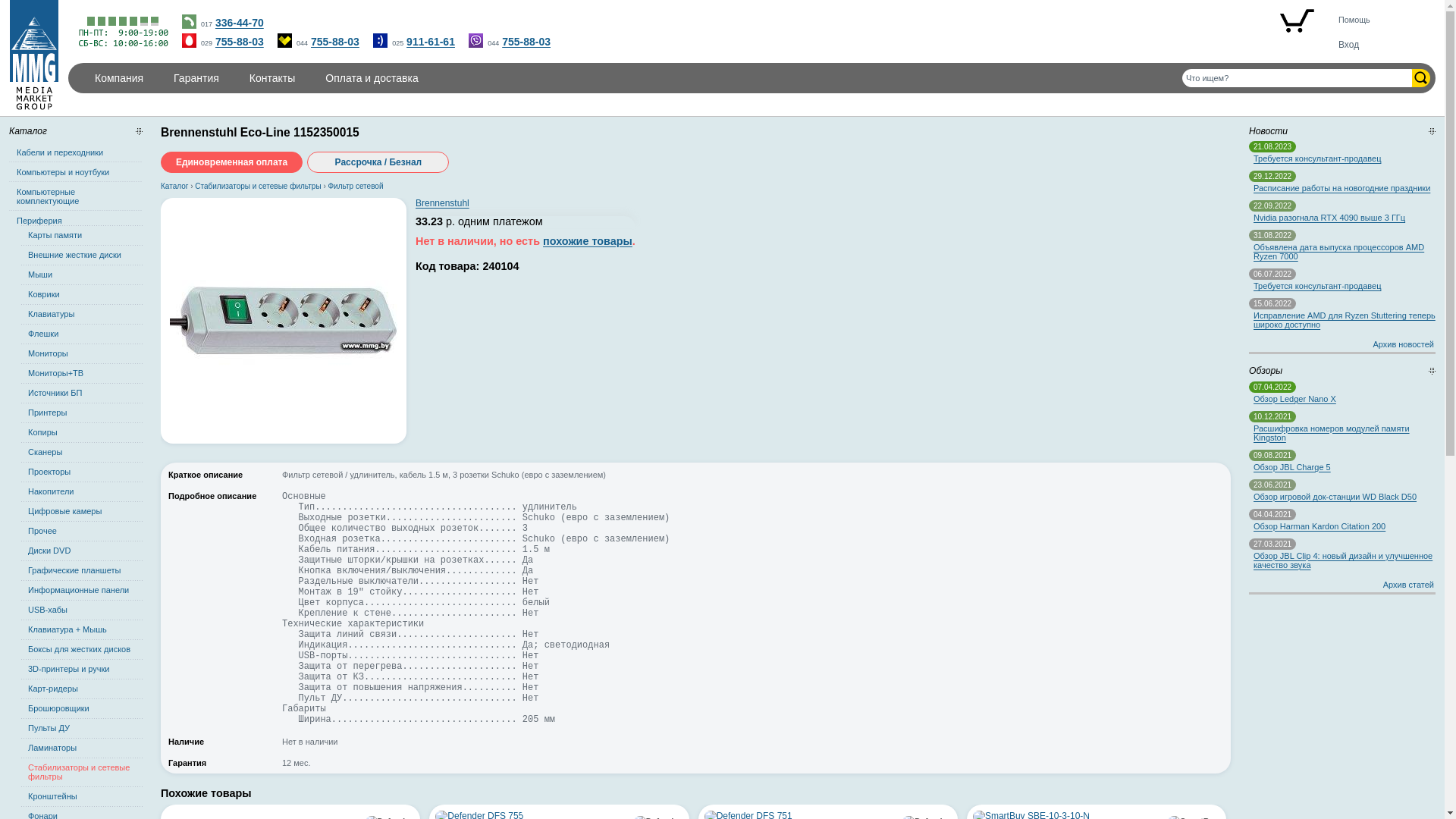 The height and width of the screenshot is (819, 1456). What do you see at coordinates (239, 40) in the screenshot?
I see `'755-88-03'` at bounding box center [239, 40].